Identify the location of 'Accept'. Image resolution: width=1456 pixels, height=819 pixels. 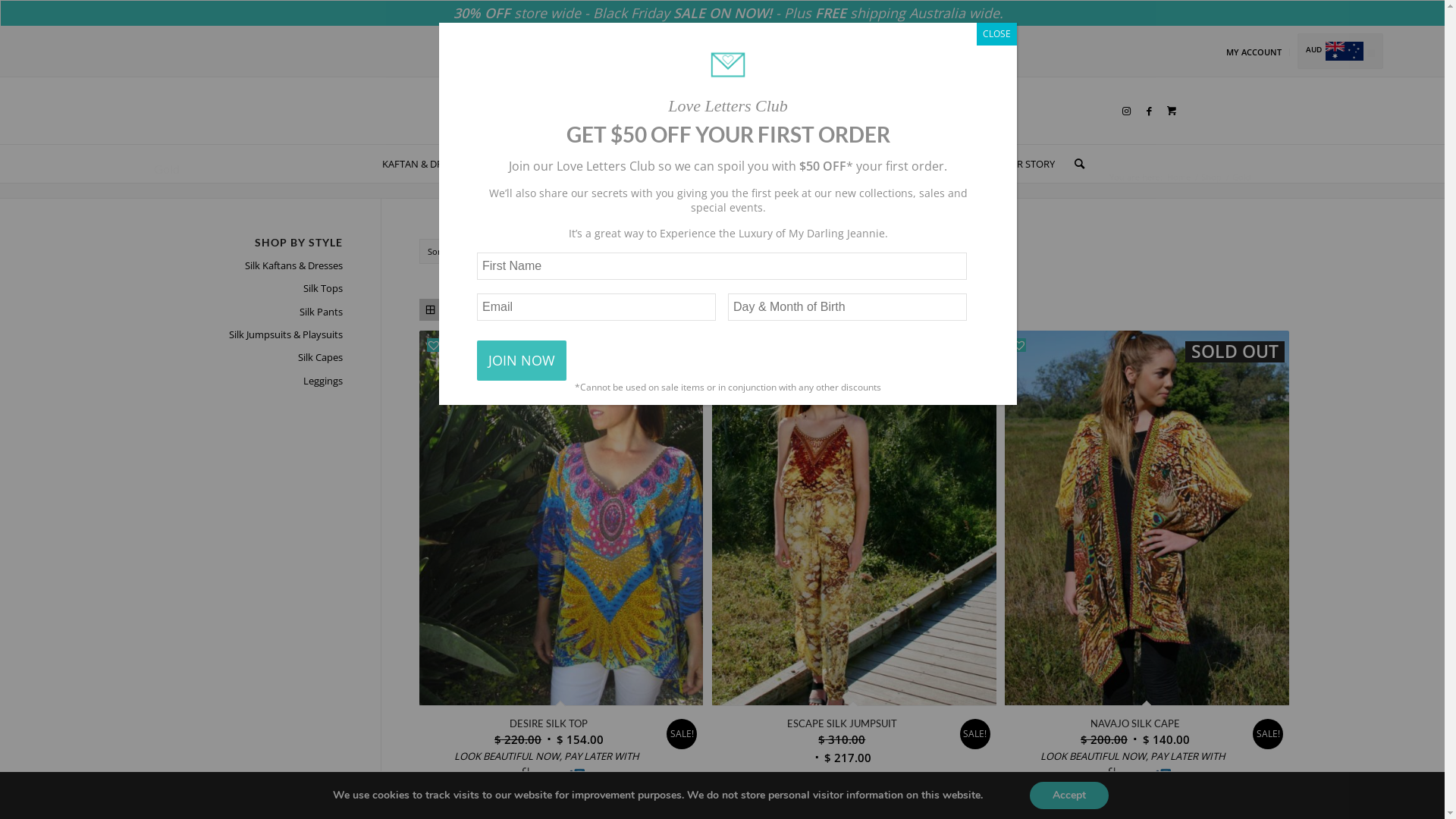
(1068, 795).